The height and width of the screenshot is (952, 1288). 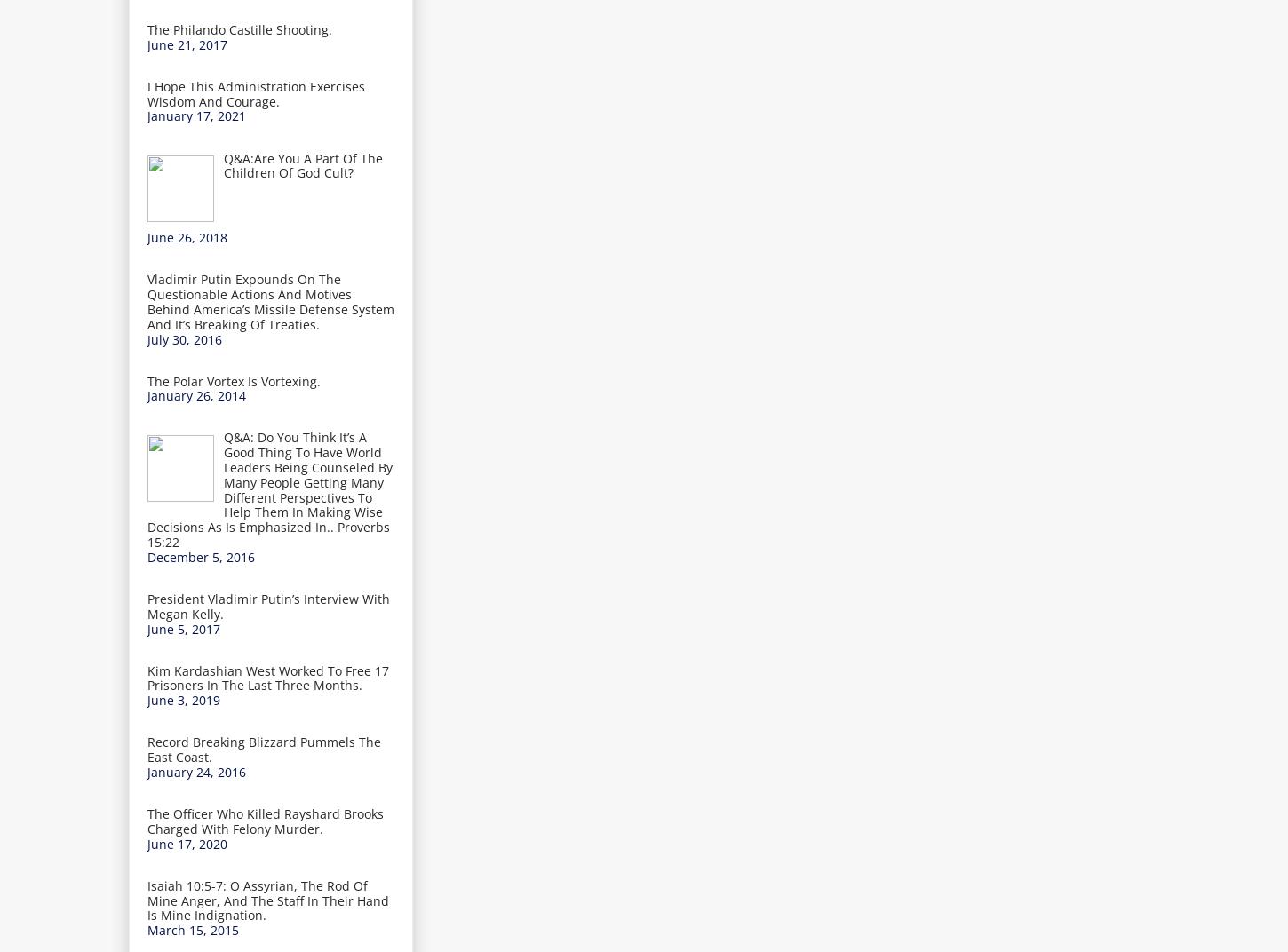 I want to click on 'I Hope This Administration Exercises Wisdom And Courage.', so click(x=256, y=92).